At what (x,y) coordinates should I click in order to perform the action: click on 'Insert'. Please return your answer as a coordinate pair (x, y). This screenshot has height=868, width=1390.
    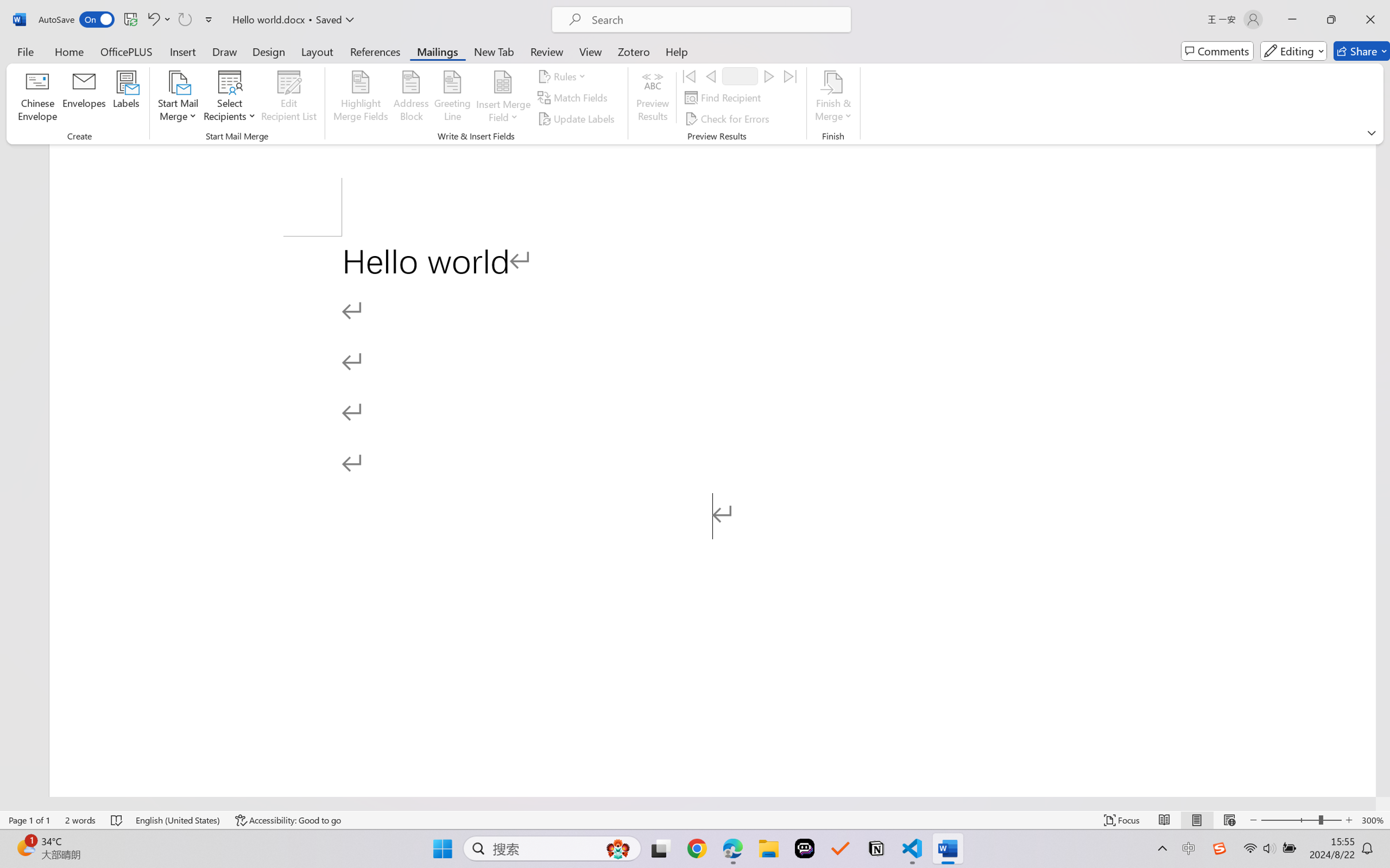
    Looking at the image, I should click on (182, 51).